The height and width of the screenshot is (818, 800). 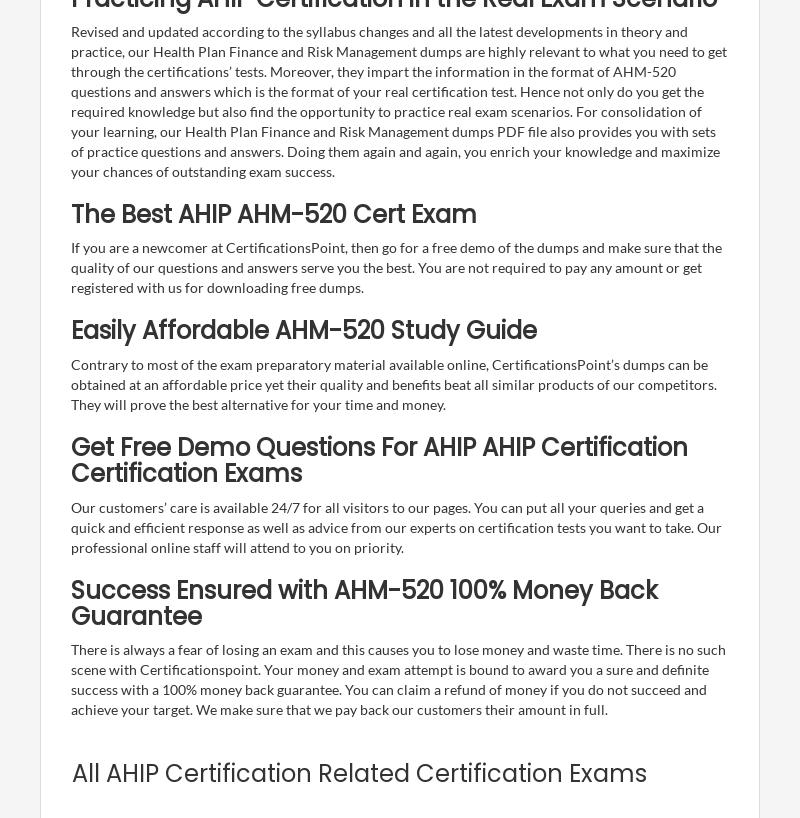 I want to click on 'Easily Affordable AHM-520 Study Guide', so click(x=303, y=329).